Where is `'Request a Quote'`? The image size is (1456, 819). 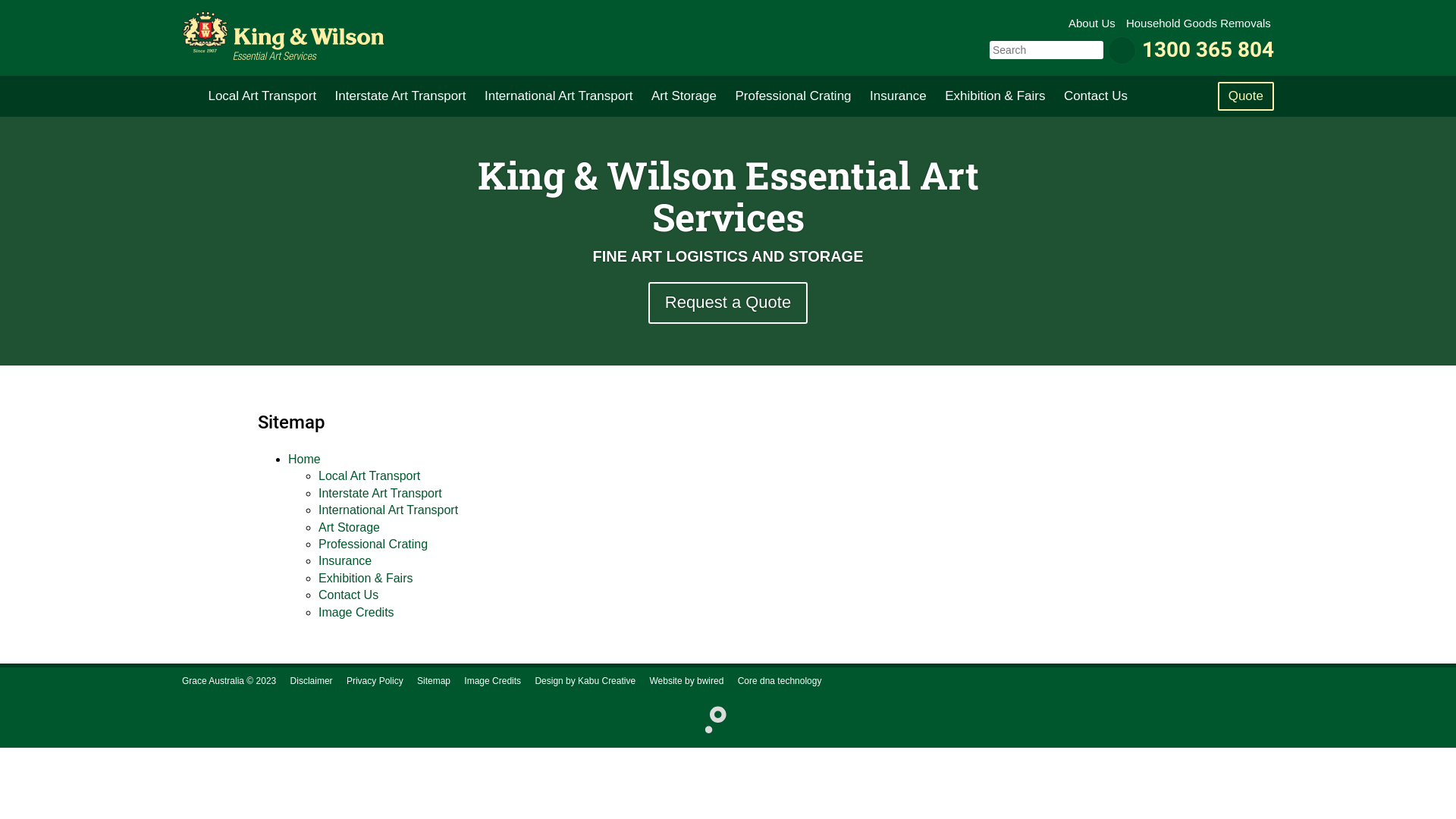
'Request a Quote' is located at coordinates (728, 302).